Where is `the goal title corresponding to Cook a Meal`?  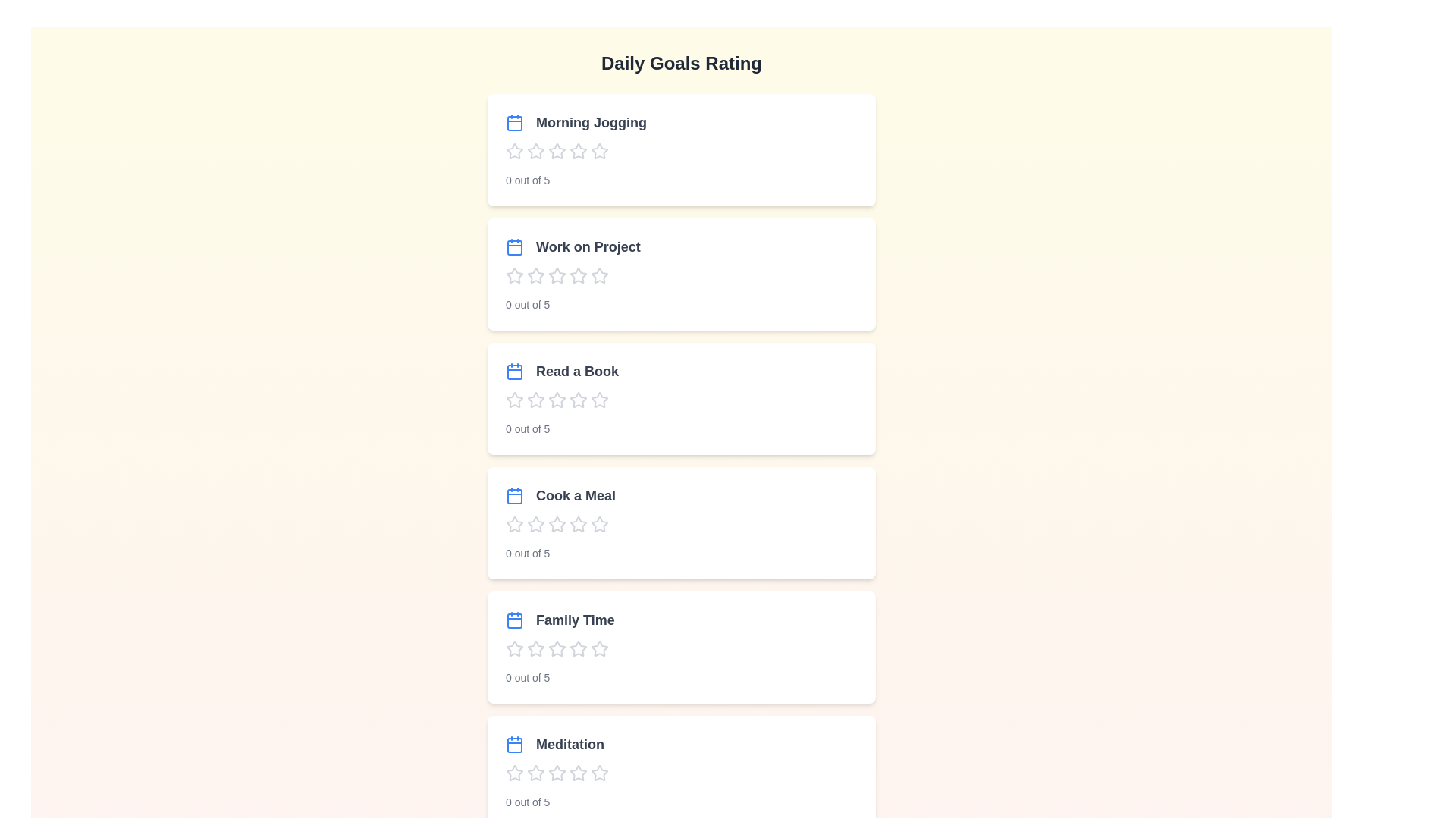 the goal title corresponding to Cook a Meal is located at coordinates (560, 496).